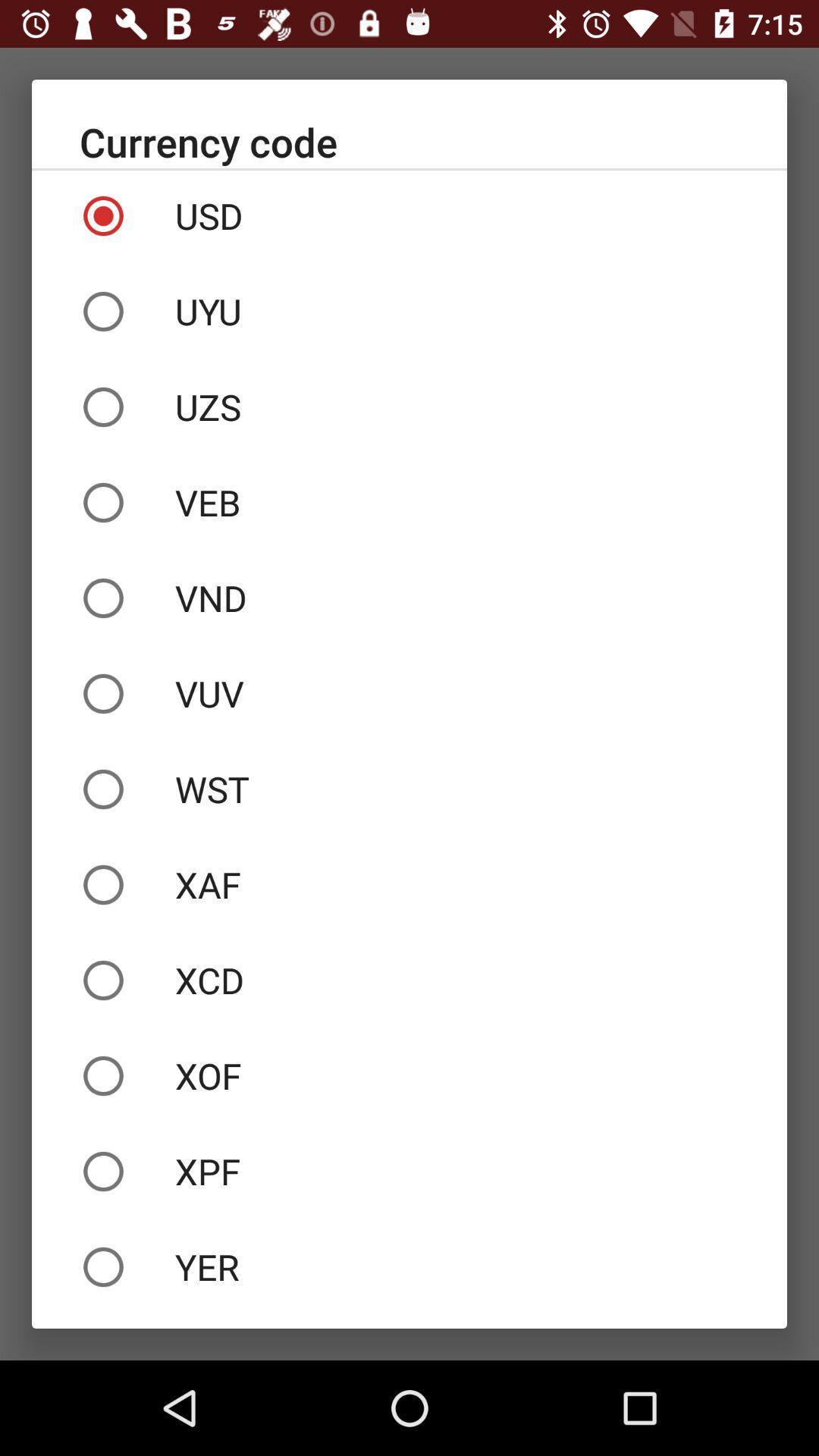  Describe the element at coordinates (409, 1320) in the screenshot. I see `item below yer item` at that location.